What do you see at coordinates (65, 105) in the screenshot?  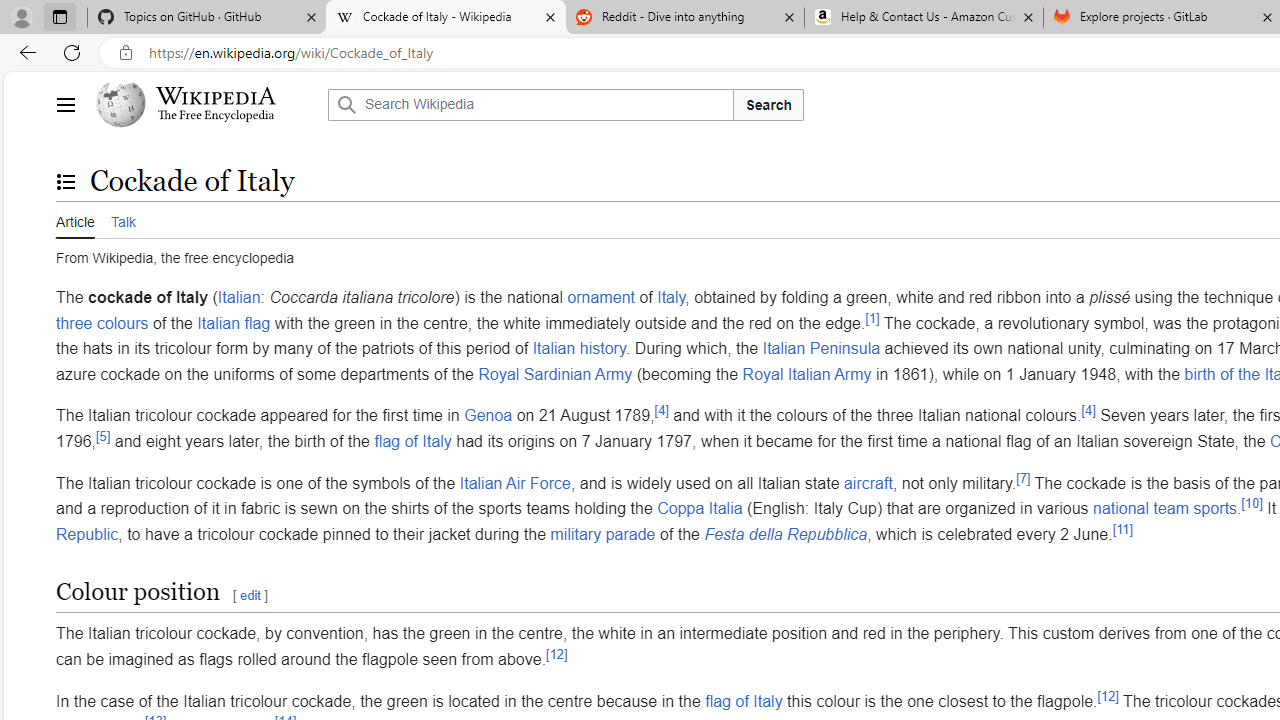 I see `'Main menu'` at bounding box center [65, 105].